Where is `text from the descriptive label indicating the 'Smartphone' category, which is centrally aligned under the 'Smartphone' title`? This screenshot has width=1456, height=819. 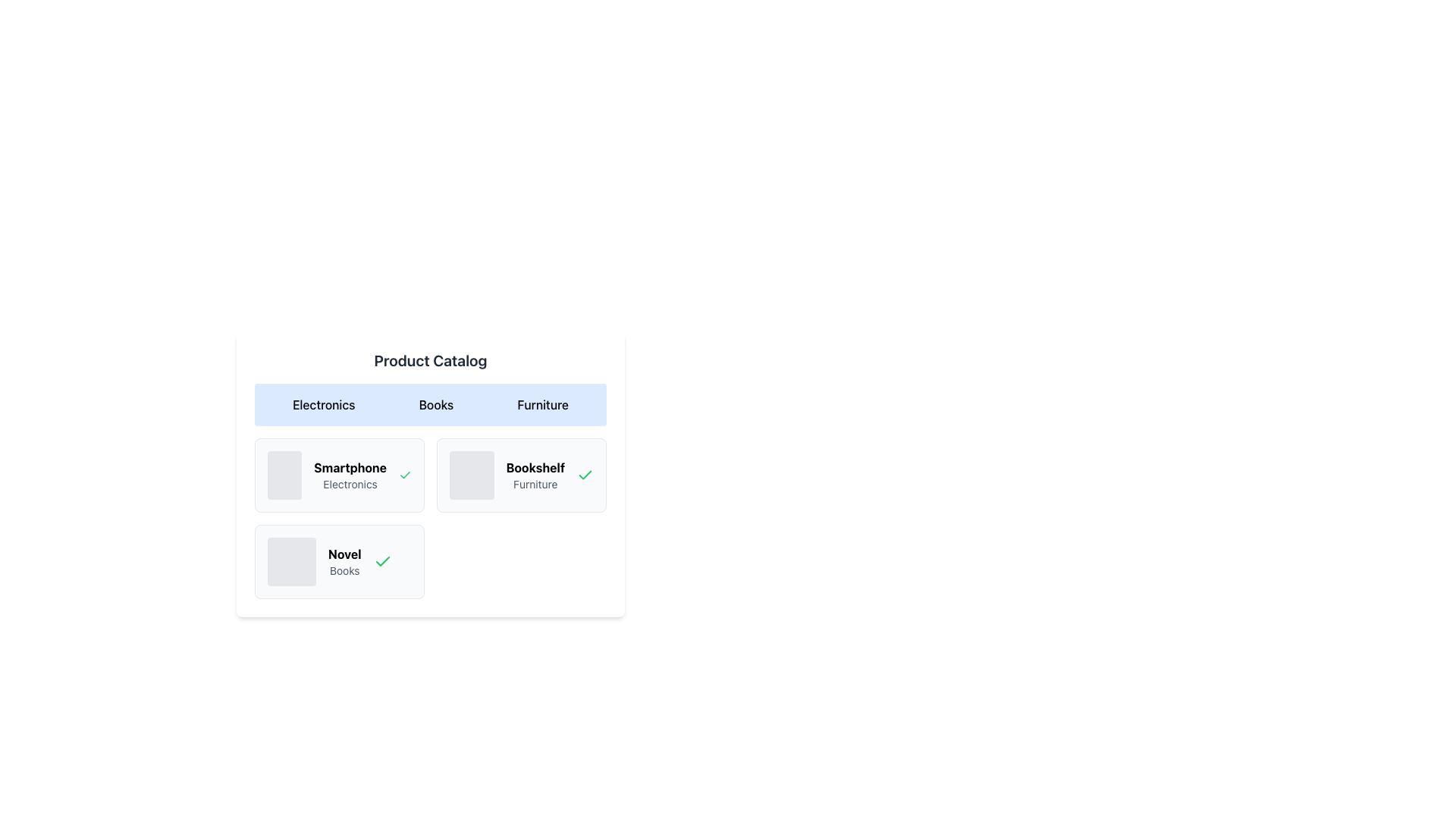 text from the descriptive label indicating the 'Smartphone' category, which is centrally aligned under the 'Smartphone' title is located at coordinates (350, 485).